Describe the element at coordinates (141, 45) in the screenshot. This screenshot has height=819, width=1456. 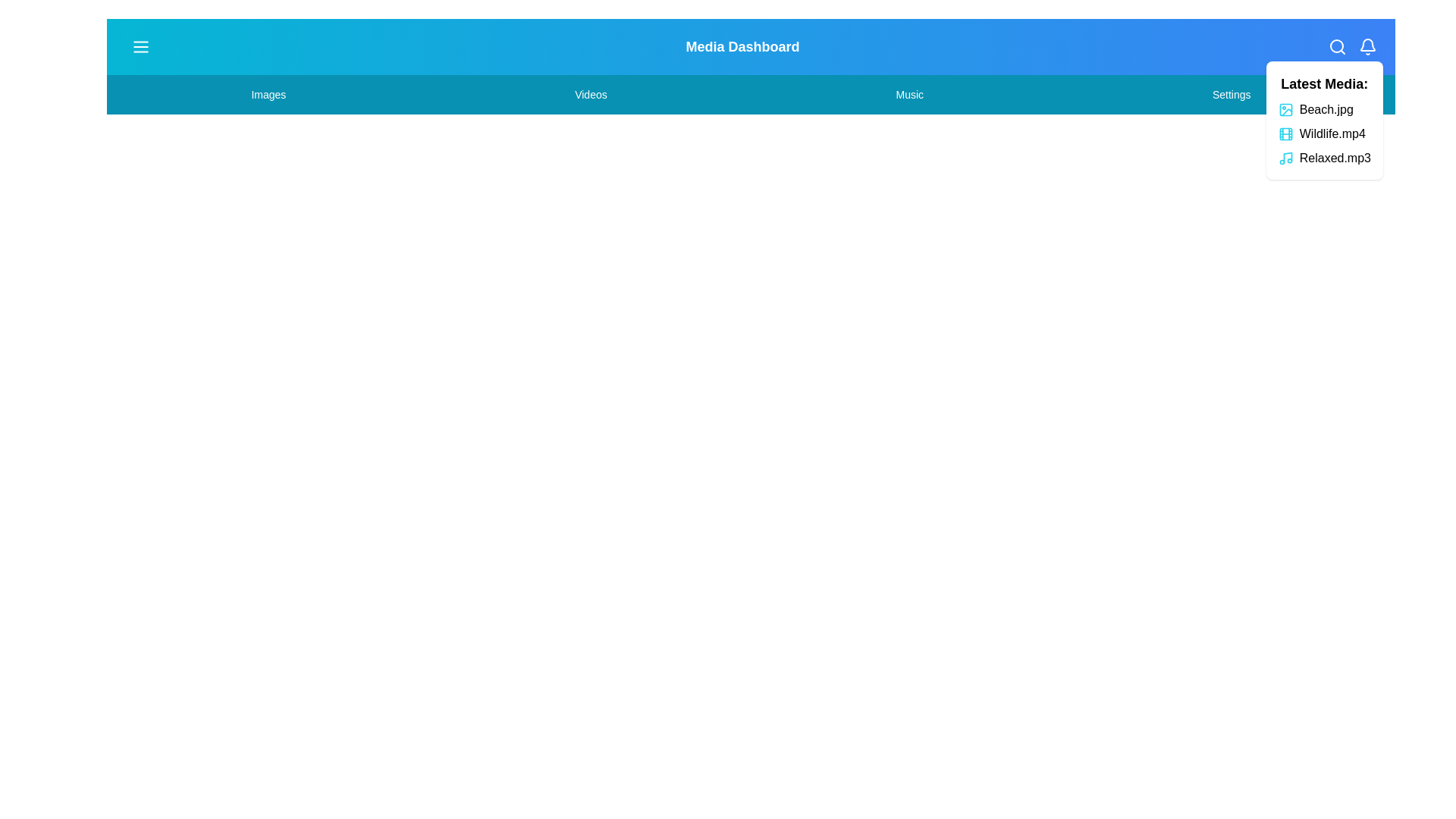
I see `menu button to toggle the menu visibility` at that location.